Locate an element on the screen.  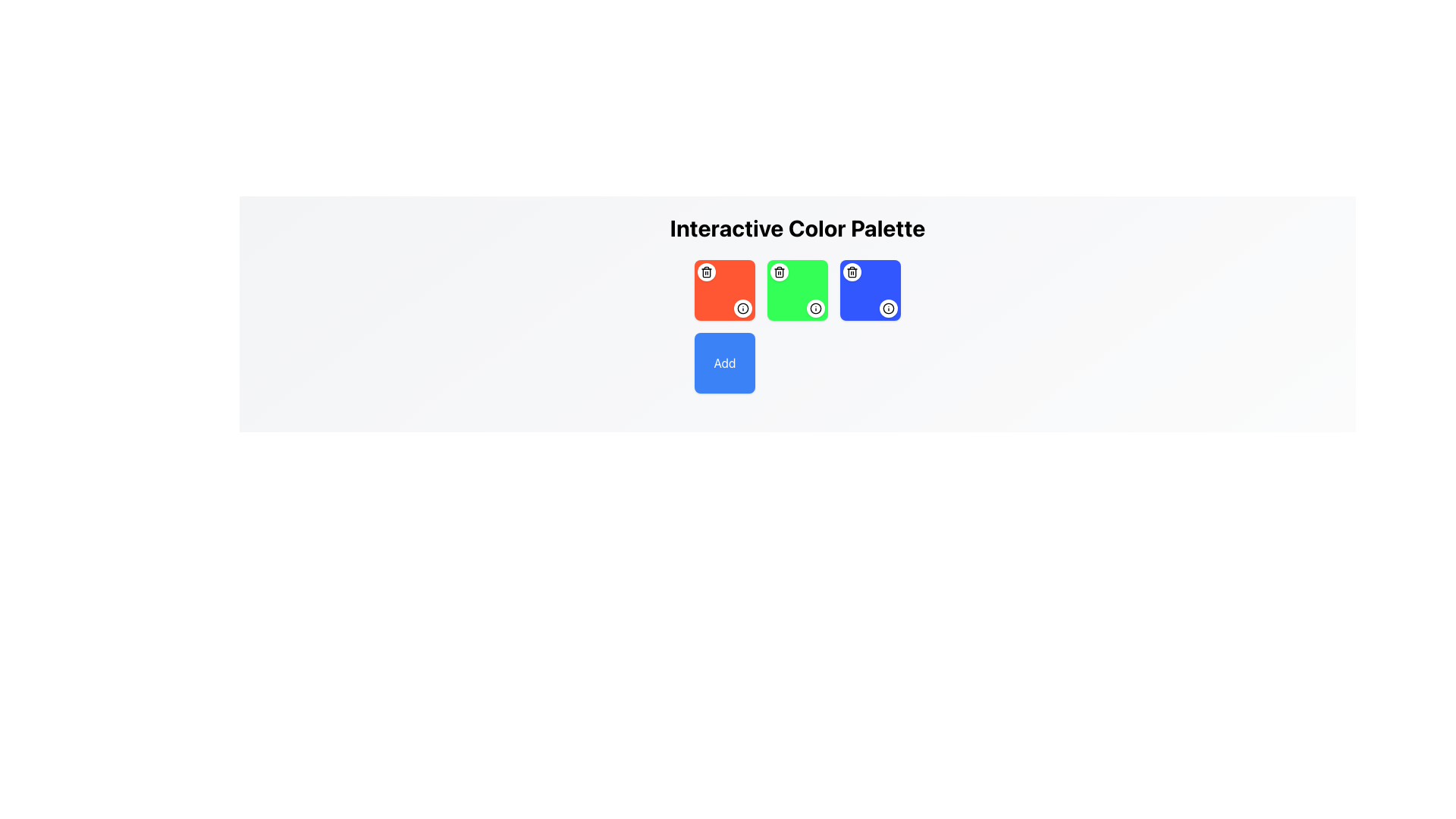
the small circular button with a white background and an 'i' icon located in the bottom-right corner of the blue tile to show information is located at coordinates (888, 308).